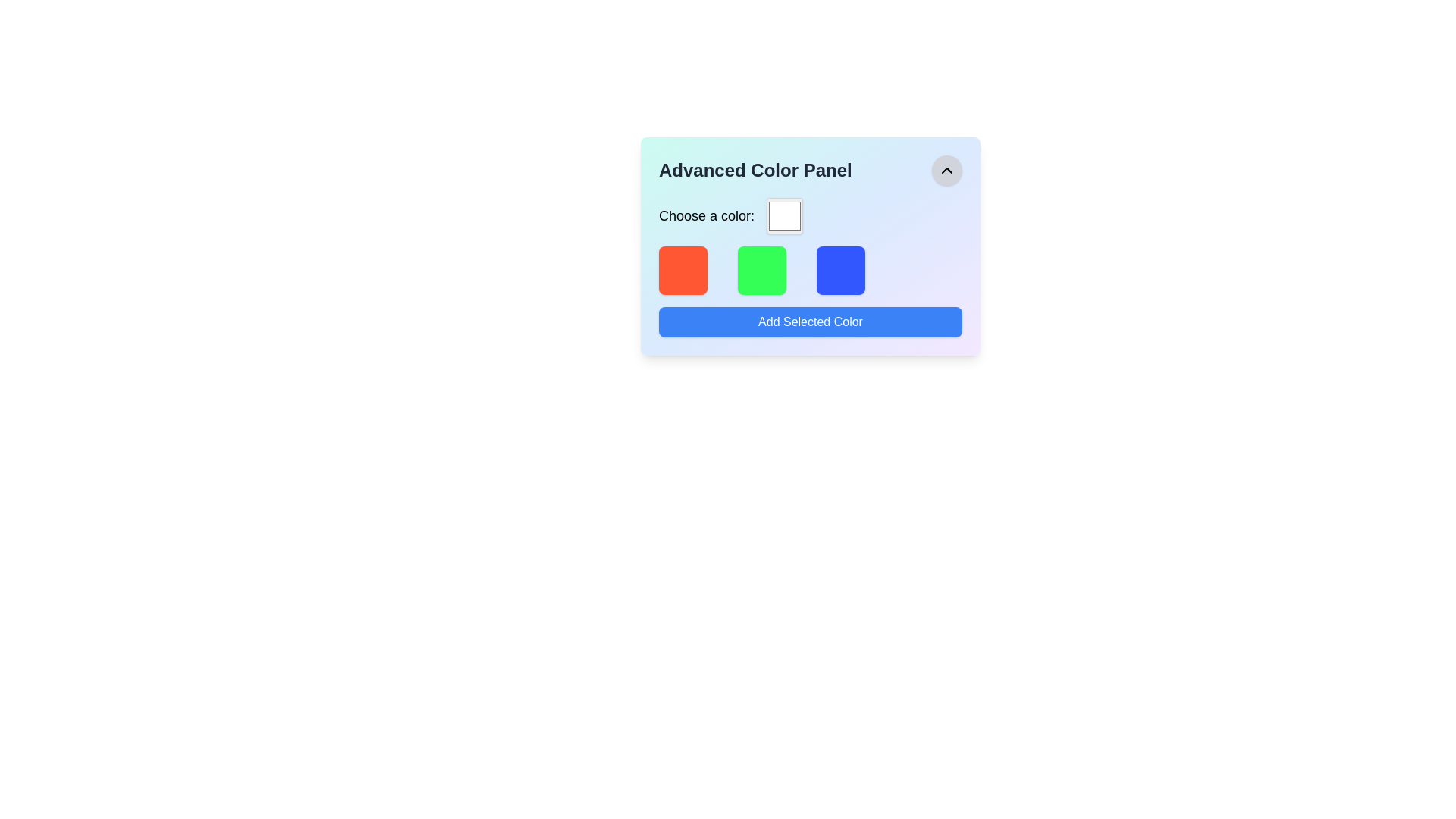  Describe the element at coordinates (705, 216) in the screenshot. I see `the text label indicating the purpose of the adjacent color selection field located near the top-left of the color selection interface` at that location.